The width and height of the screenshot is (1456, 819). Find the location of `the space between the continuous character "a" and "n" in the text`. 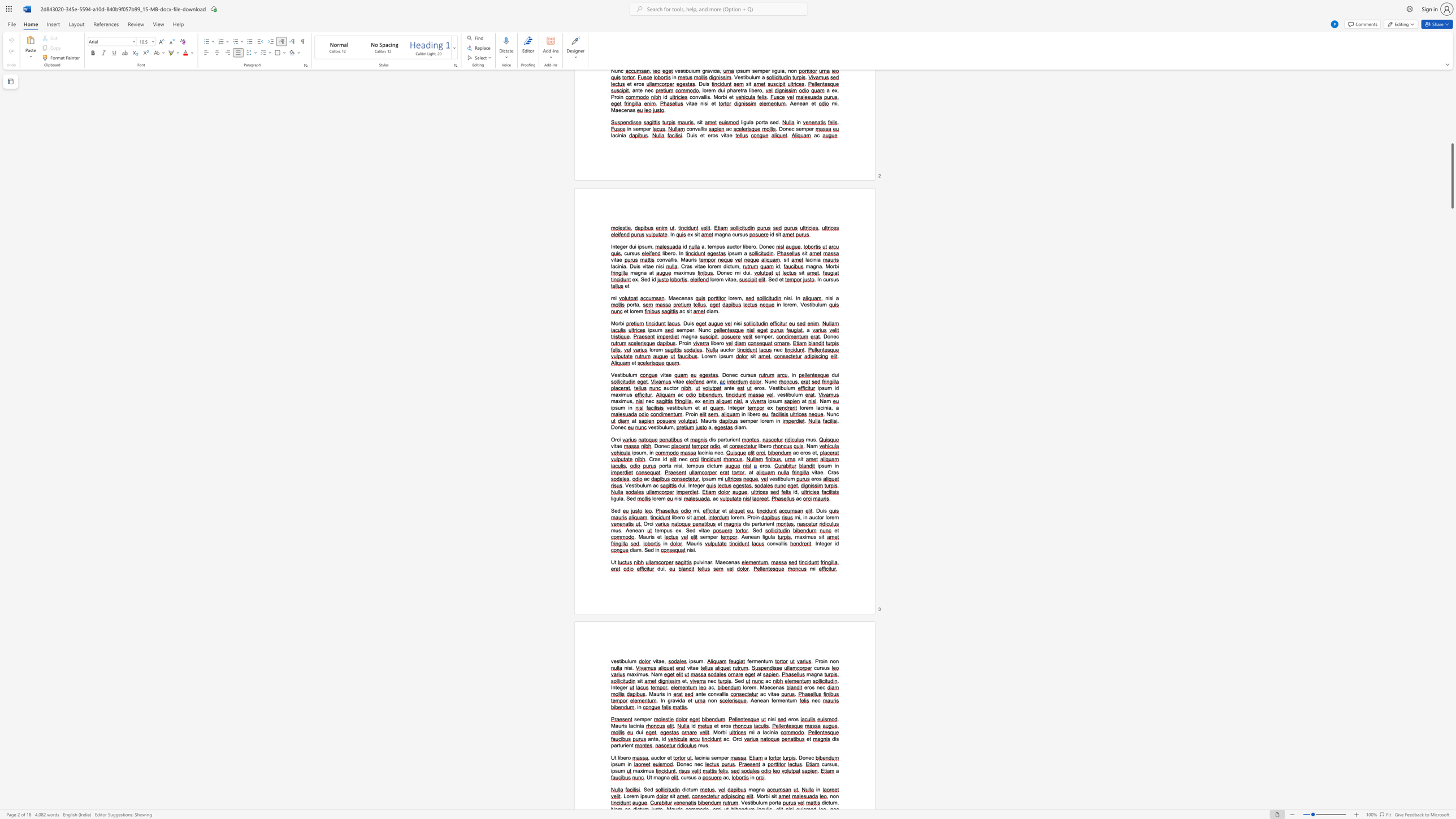

the space between the continuous character "a" and "n" in the text is located at coordinates (650, 739).